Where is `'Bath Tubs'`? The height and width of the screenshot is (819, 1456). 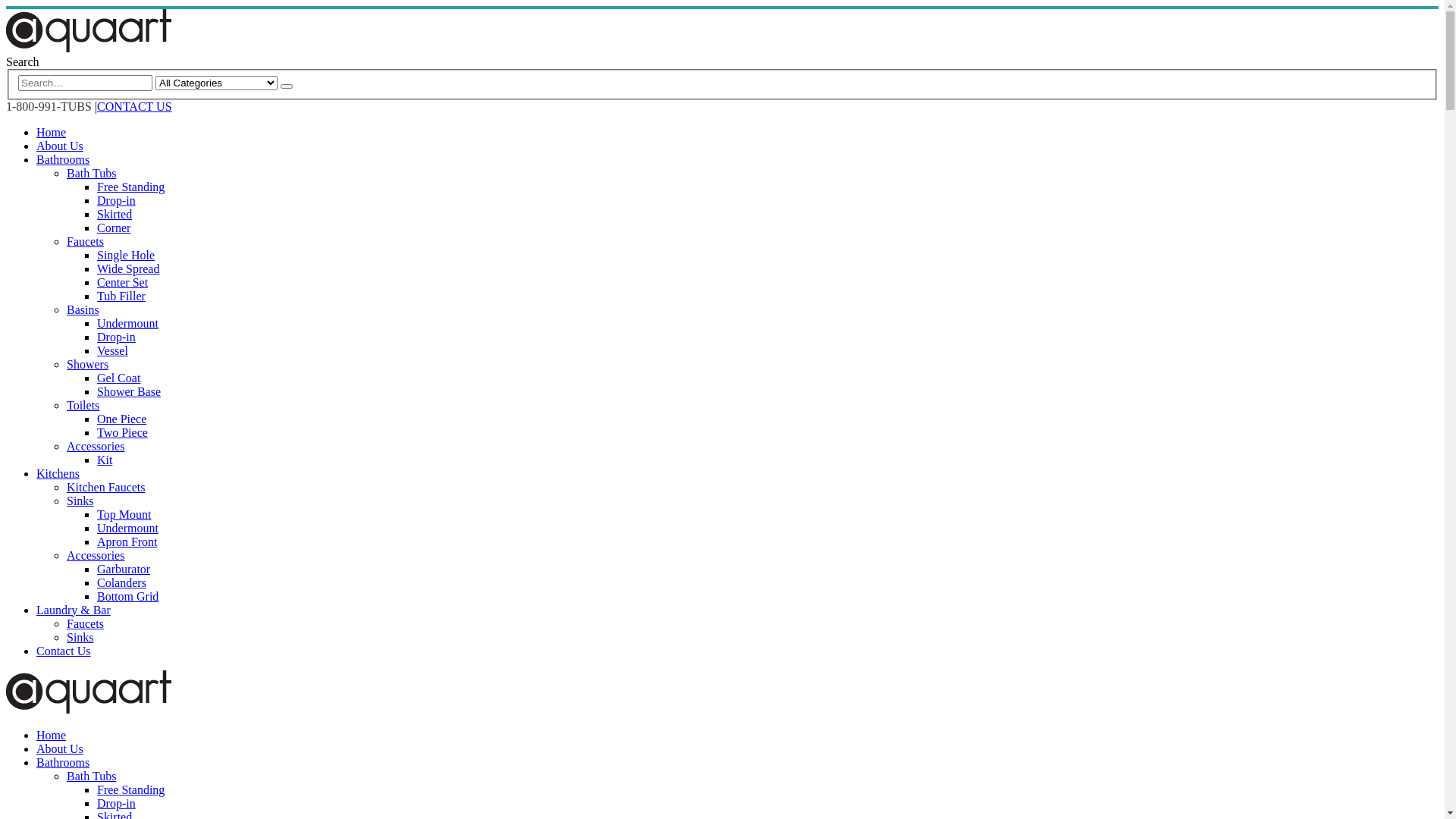
'Bath Tubs' is located at coordinates (90, 172).